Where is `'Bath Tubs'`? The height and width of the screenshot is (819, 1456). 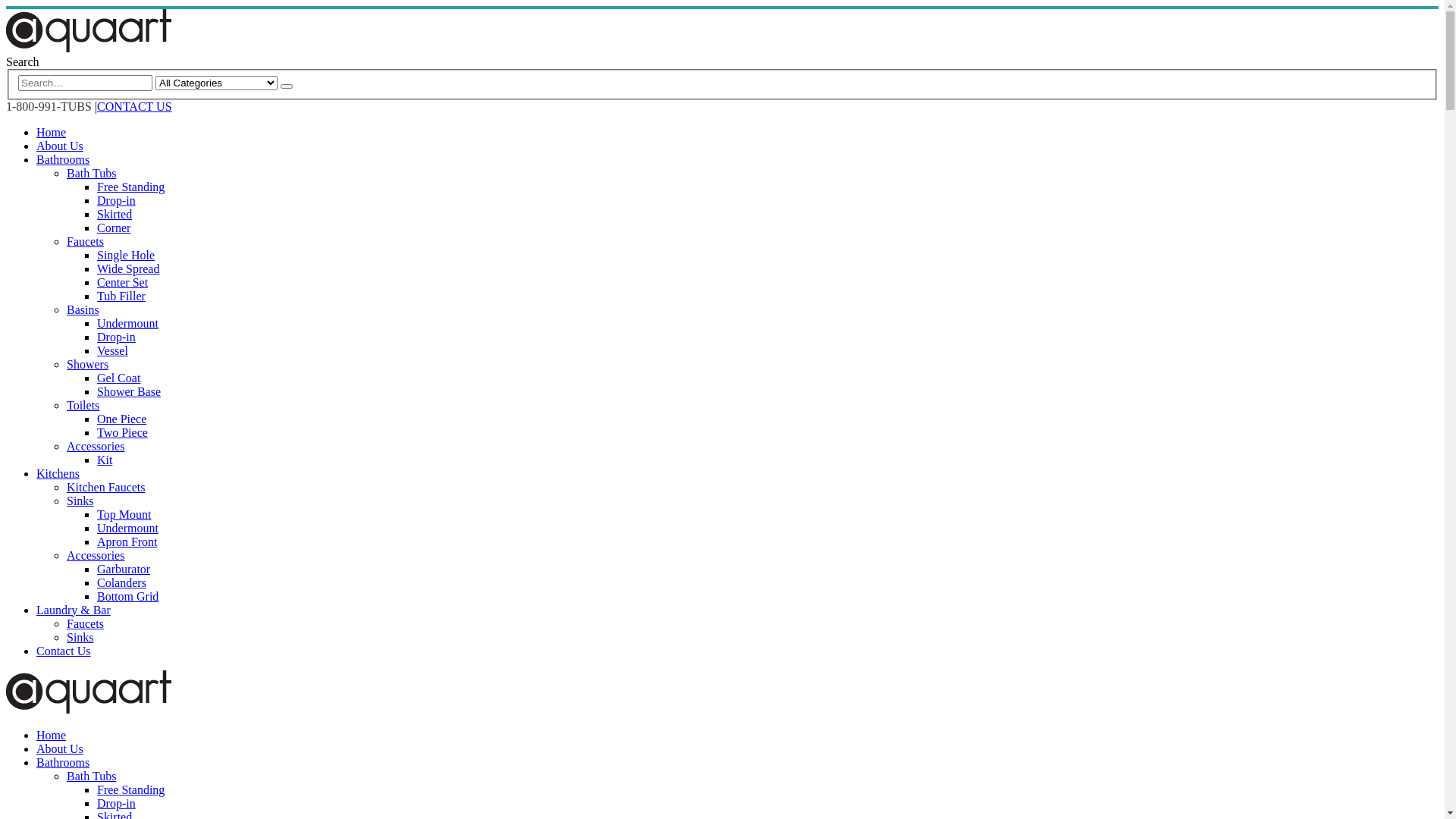
'Bath Tubs' is located at coordinates (90, 172).